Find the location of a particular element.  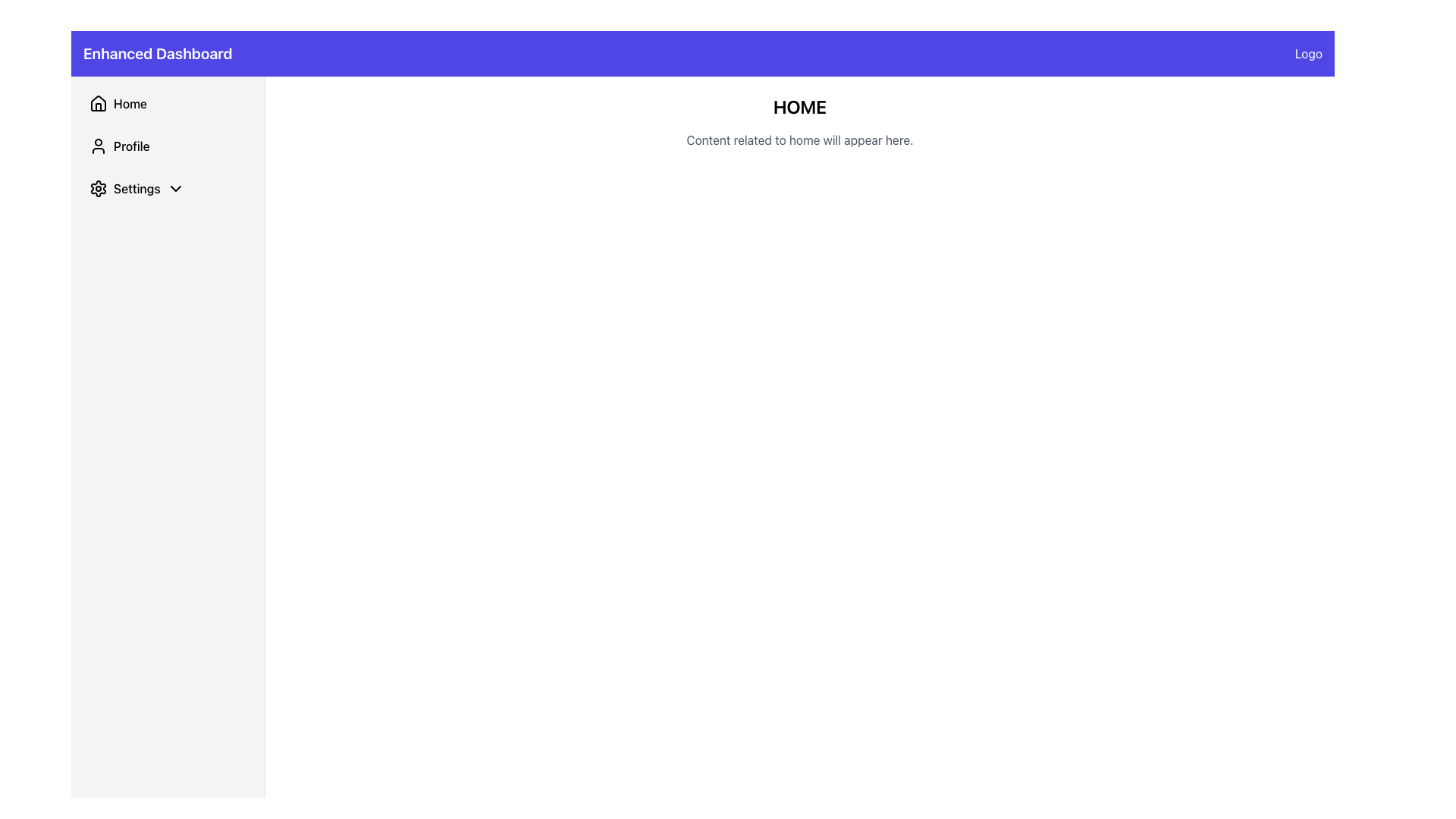

the cogwheel-shaped settings icon located on the left-hand navigation bar is located at coordinates (97, 188).